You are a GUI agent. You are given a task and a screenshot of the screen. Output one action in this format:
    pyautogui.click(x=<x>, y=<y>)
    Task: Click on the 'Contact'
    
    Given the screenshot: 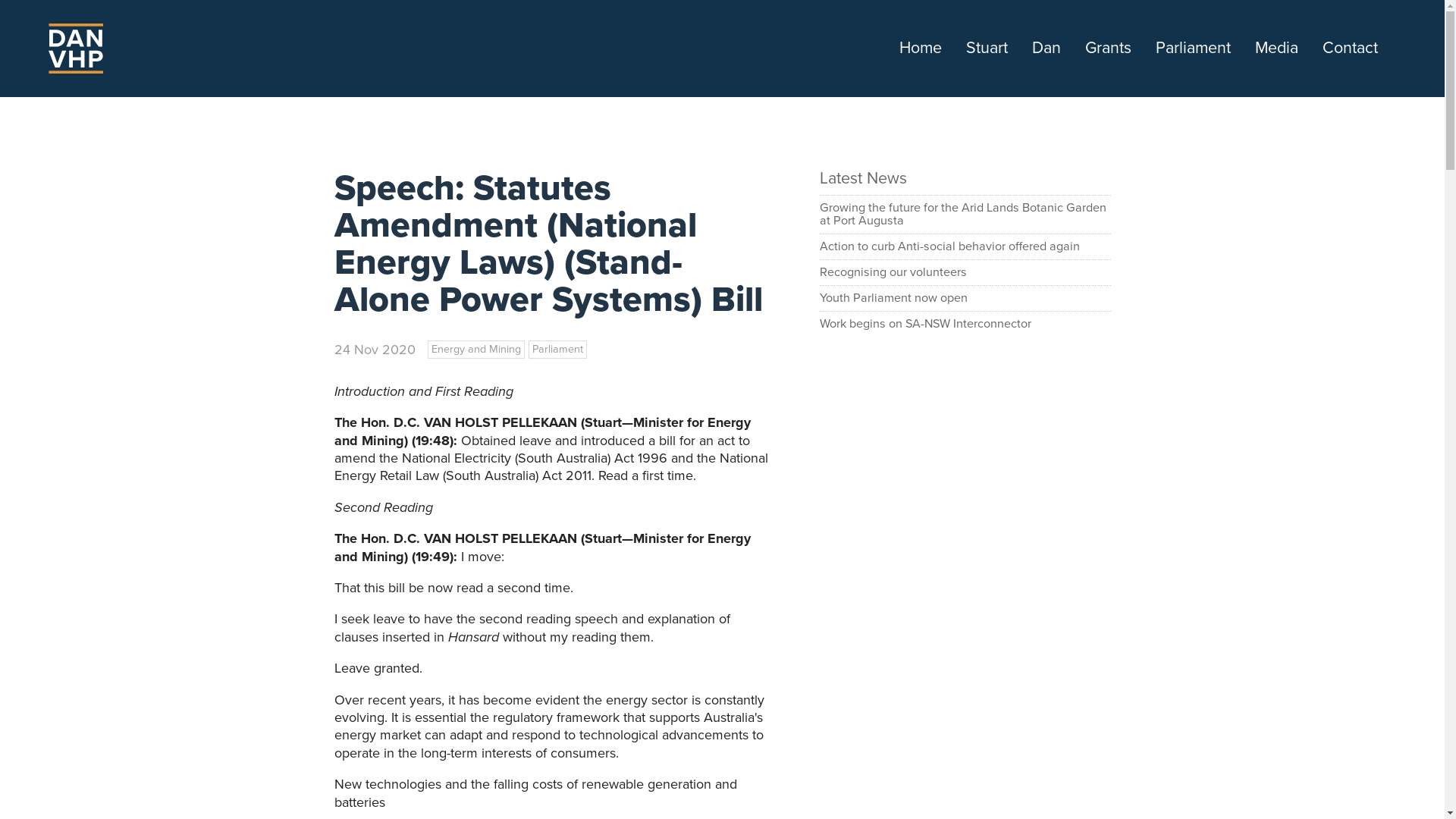 What is the action you would take?
    pyautogui.click(x=1350, y=47)
    